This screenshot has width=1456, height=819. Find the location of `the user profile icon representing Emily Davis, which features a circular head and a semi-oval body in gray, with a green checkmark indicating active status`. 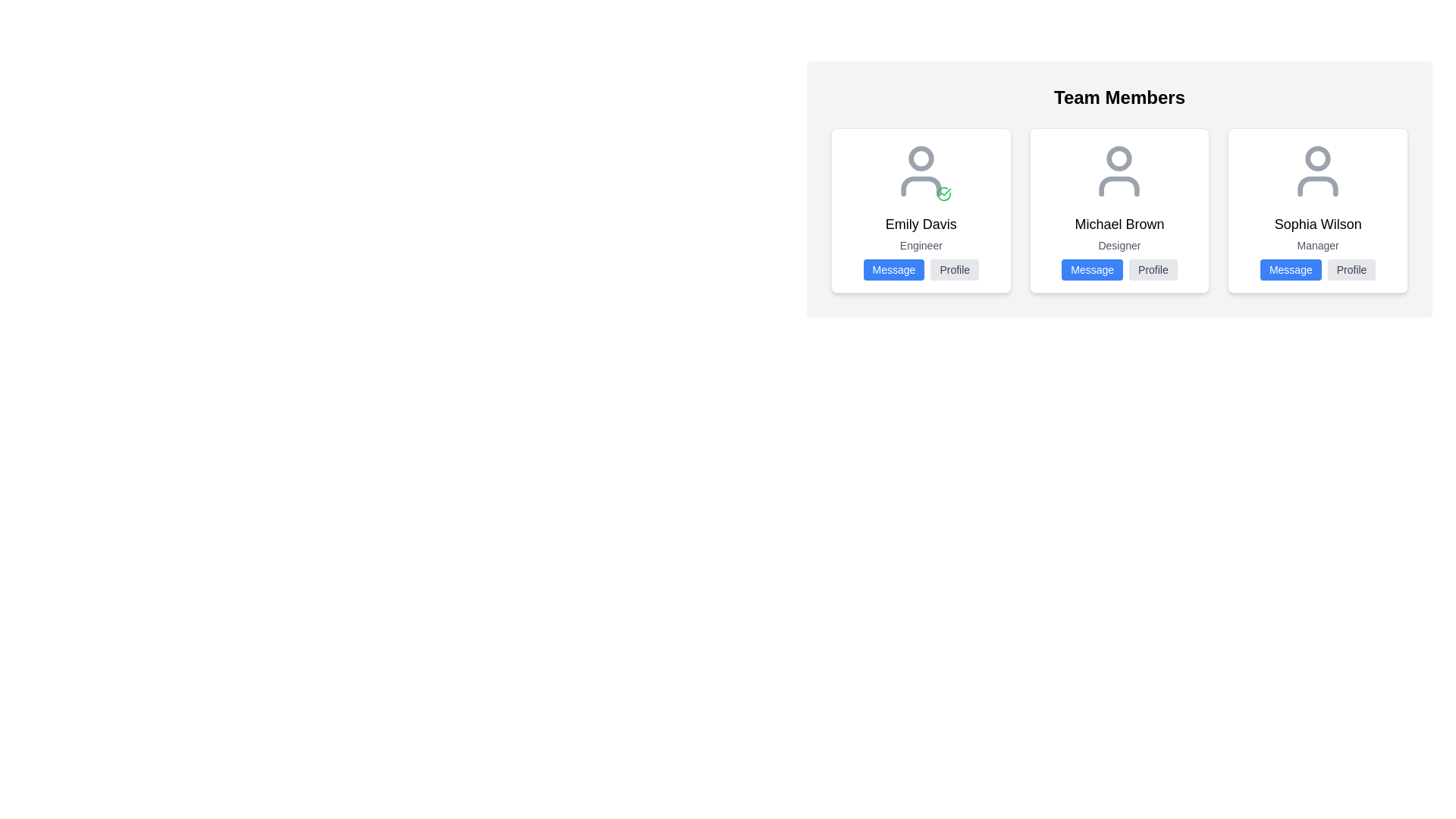

the user profile icon representing Emily Davis, which features a circular head and a semi-oval body in gray, with a green checkmark indicating active status is located at coordinates (920, 171).